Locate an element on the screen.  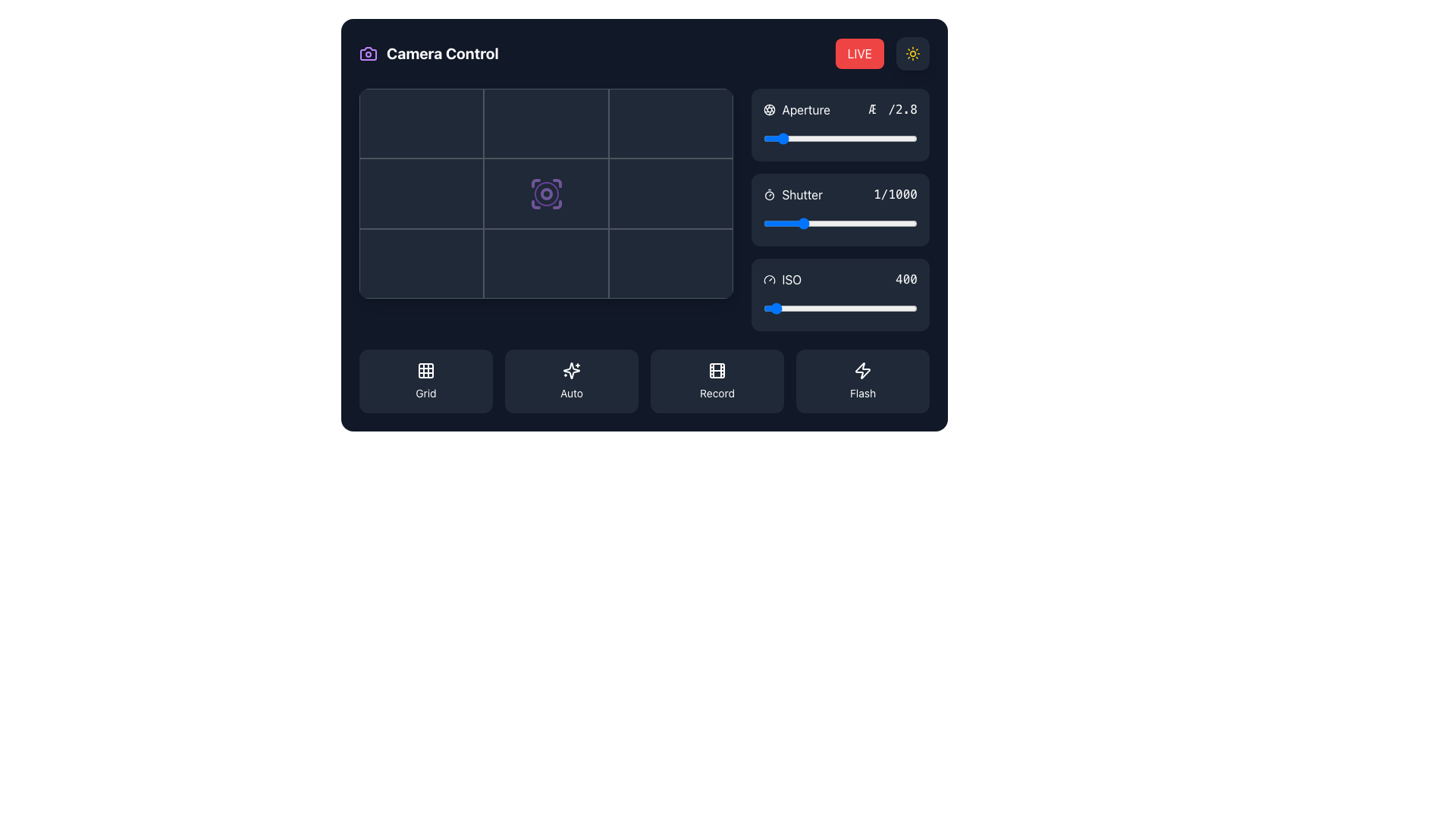
text label displaying 'Shutter', which is positioned below the 'Aperture' section in the settings list is located at coordinates (792, 194).